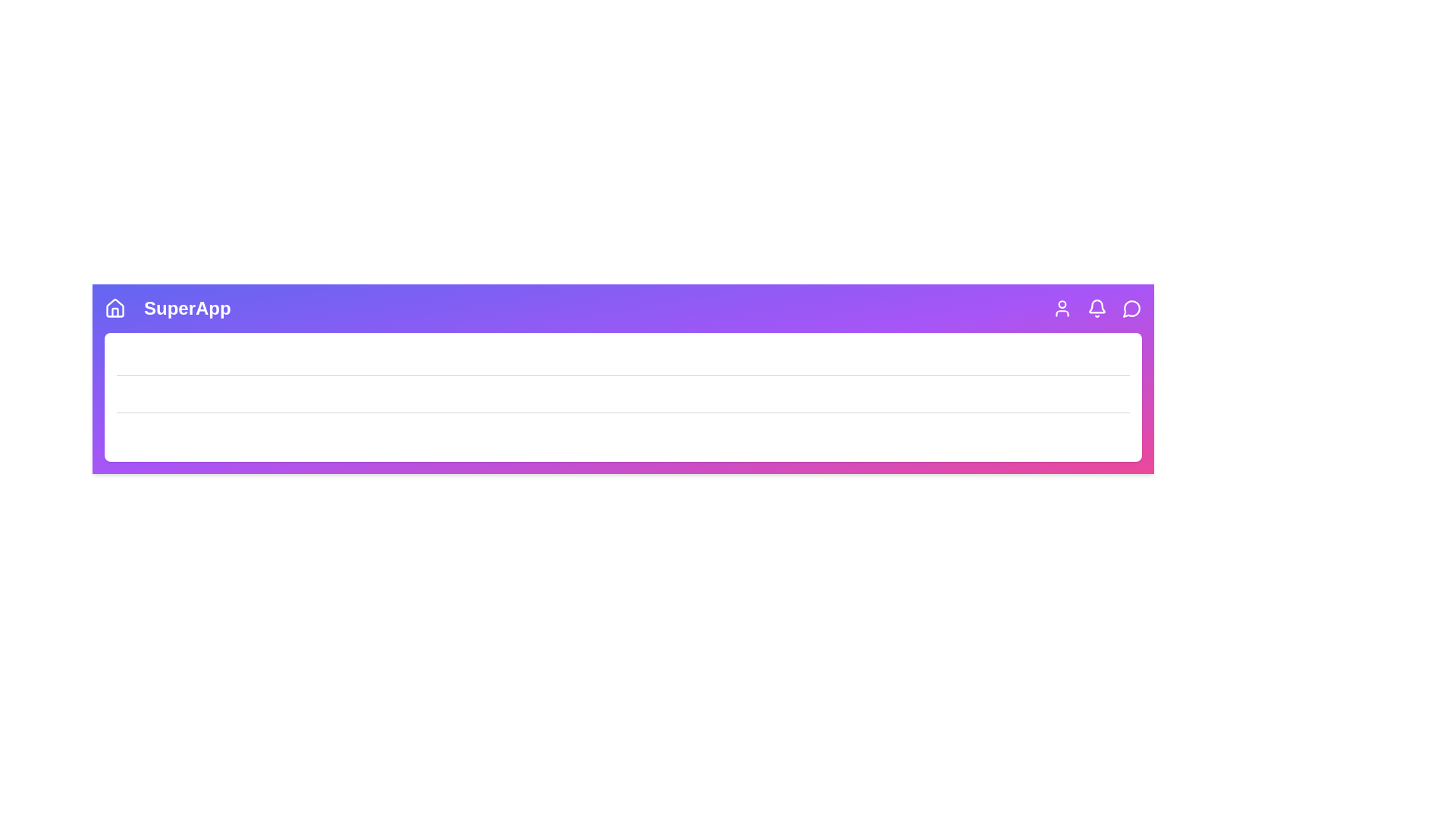 Image resolution: width=1456 pixels, height=819 pixels. Describe the element at coordinates (1062, 308) in the screenshot. I see `the user icon to access the user profile section` at that location.